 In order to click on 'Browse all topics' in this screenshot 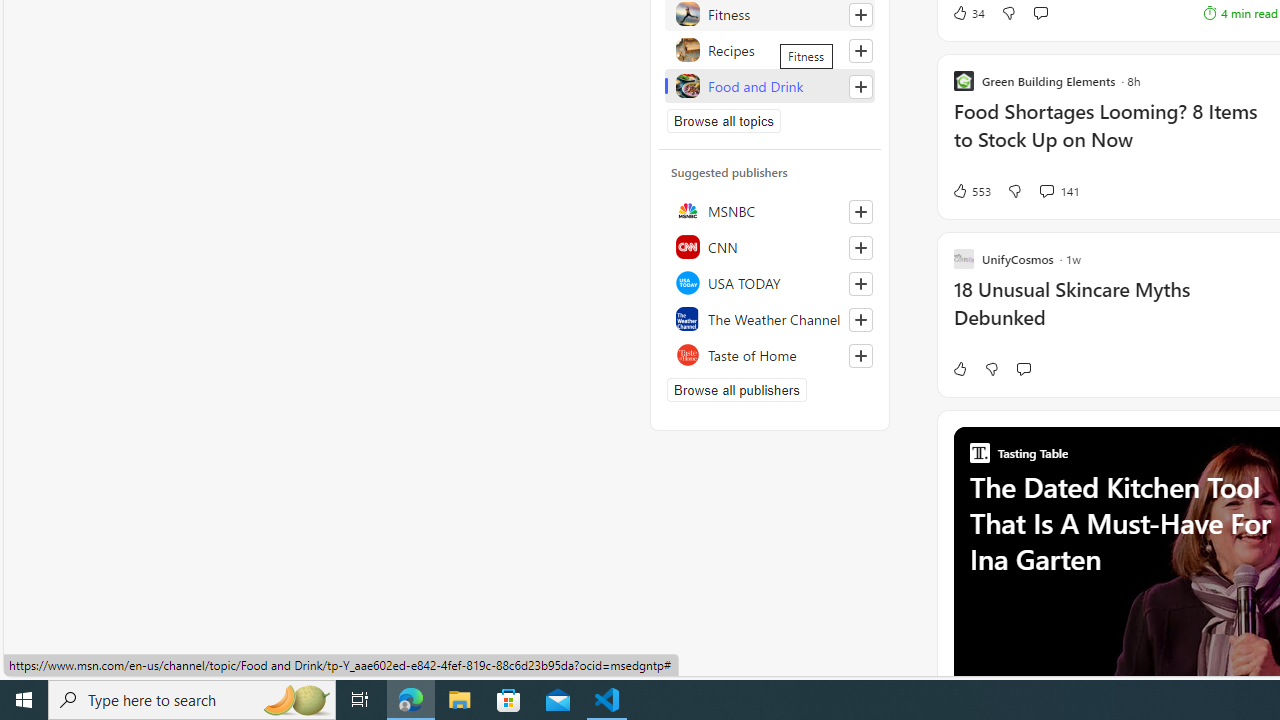, I will do `click(723, 120)`.